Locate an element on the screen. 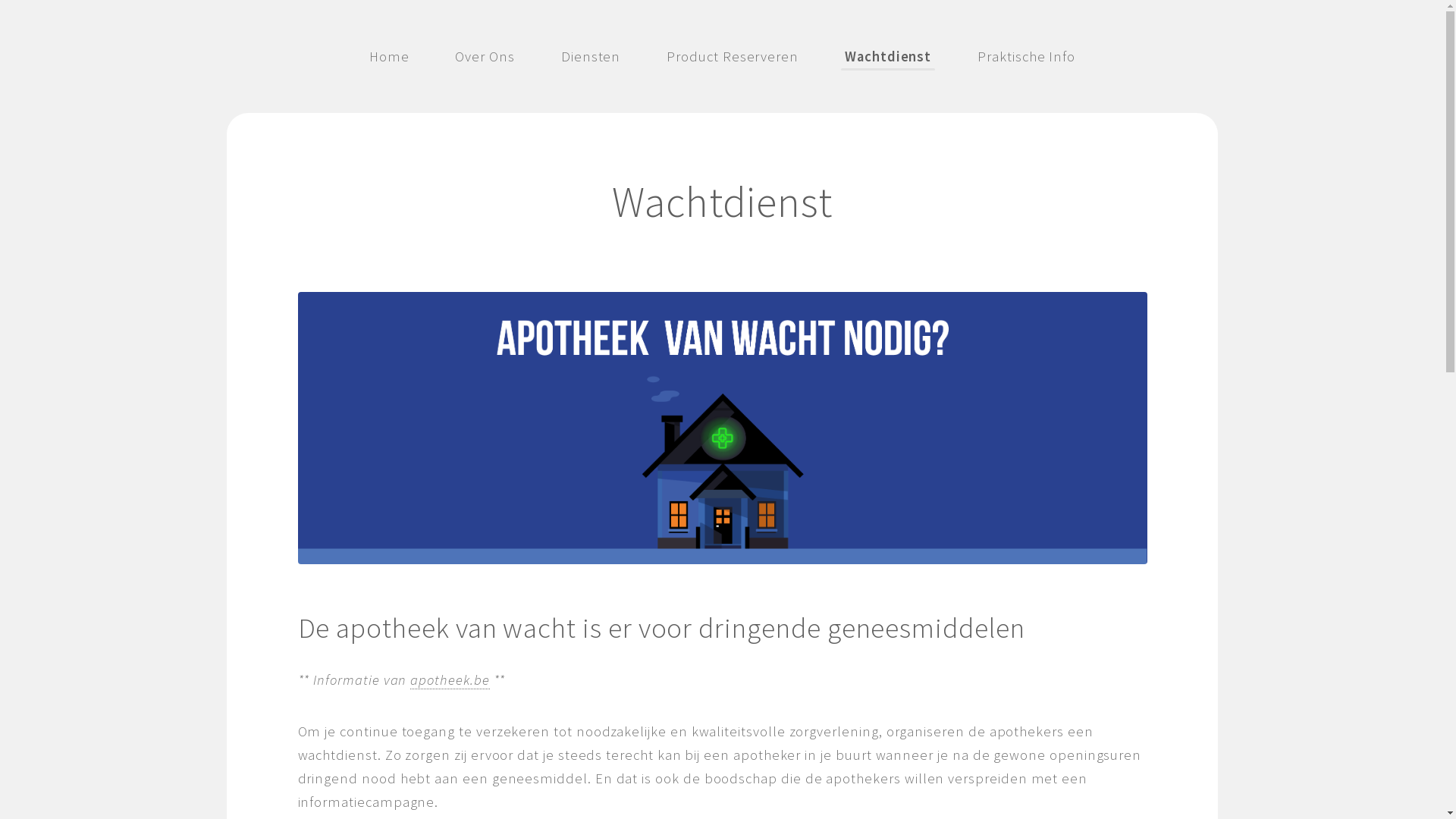  'Wachtdienst' is located at coordinates (888, 55).